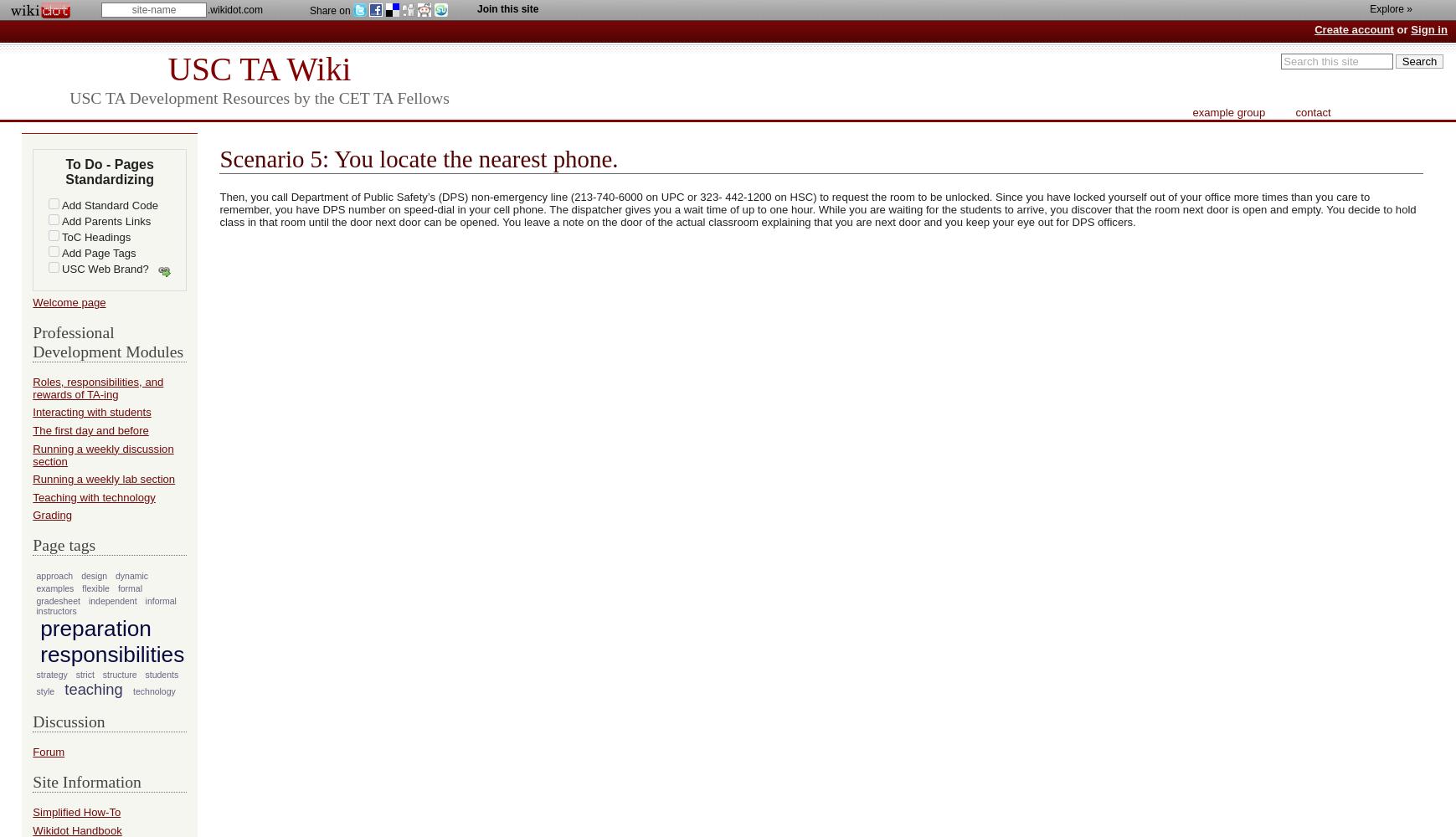  I want to click on 'students', so click(161, 674).